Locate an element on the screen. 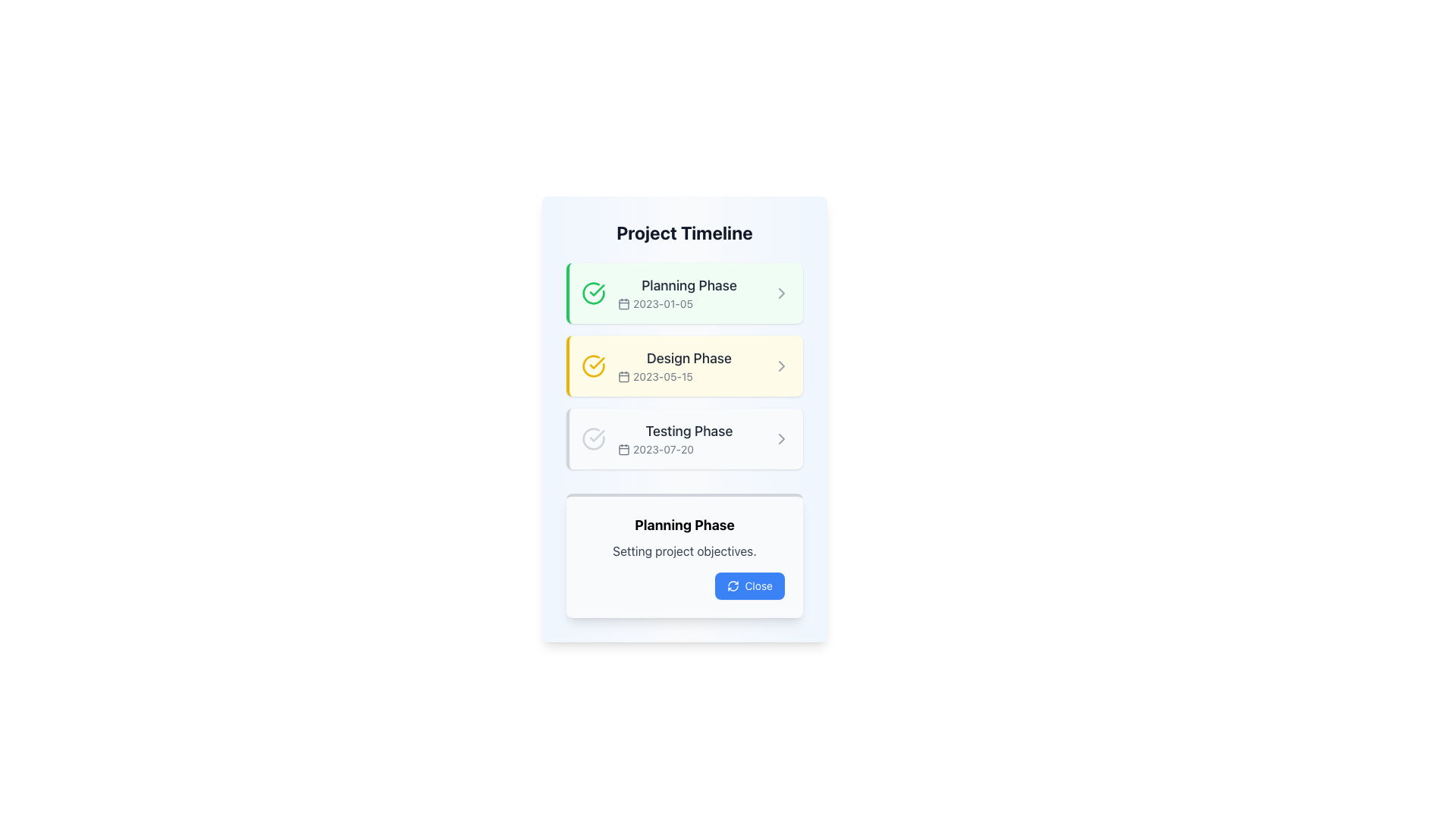 This screenshot has width=1456, height=819. the blue 'Close' button with rounded corners located at the bottom-right corner of the card displaying 'Planning Phase' and 'Setting project objectives' is located at coordinates (749, 585).